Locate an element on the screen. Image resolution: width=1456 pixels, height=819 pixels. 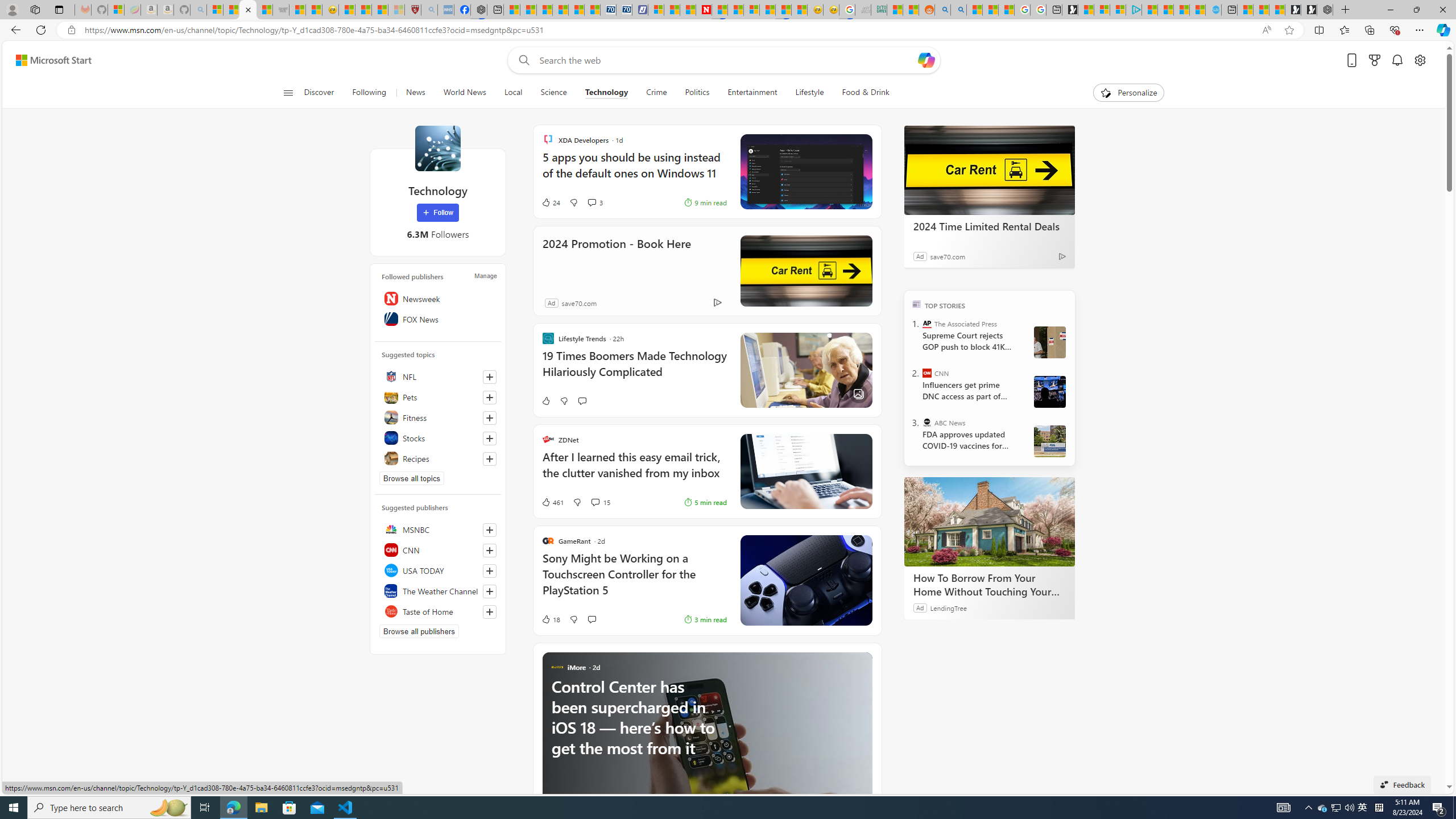
'Taste of Home' is located at coordinates (438, 610).